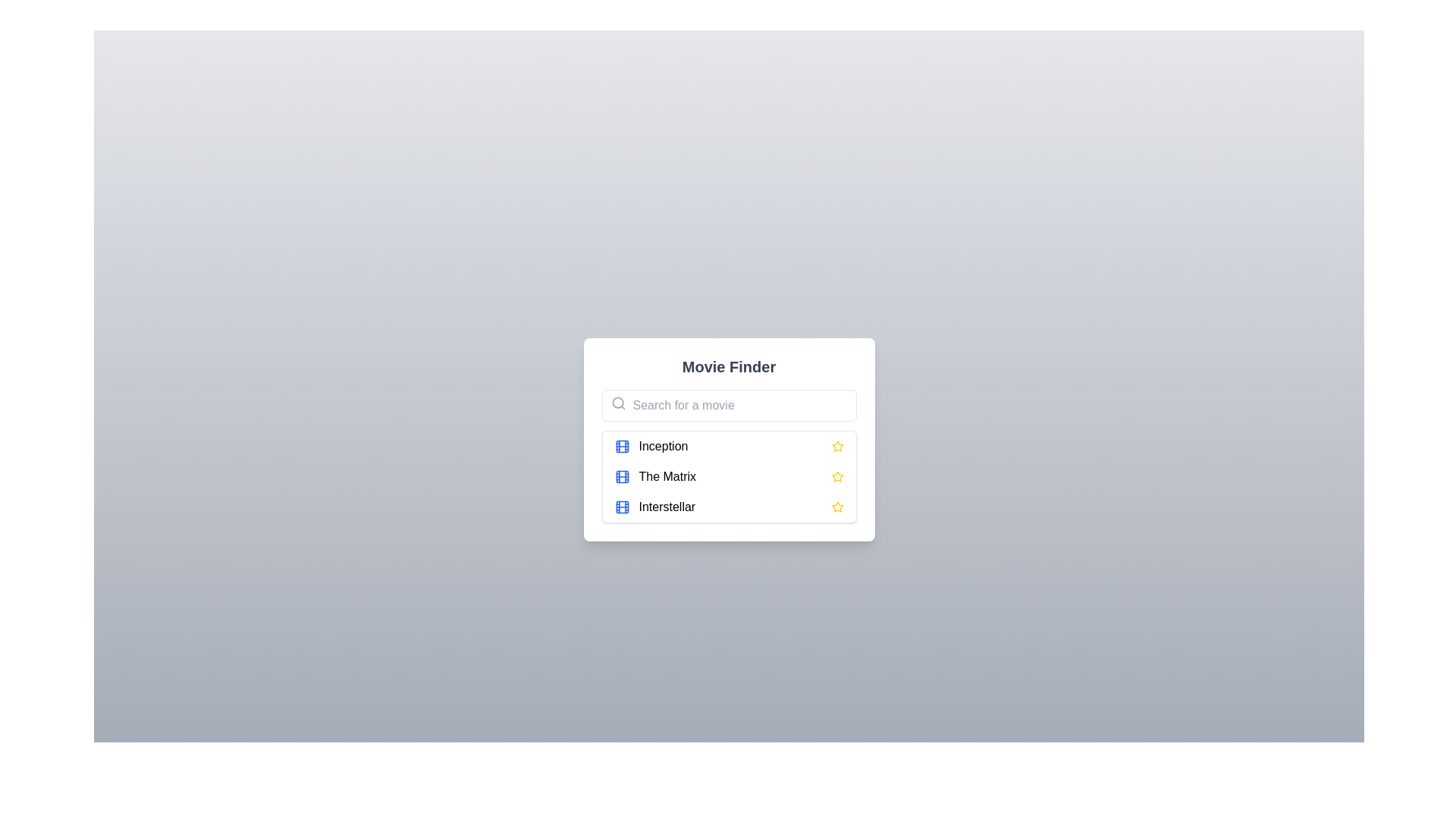 The width and height of the screenshot is (1456, 819). I want to click on the movie entry labeled 'Inception', so click(729, 446).